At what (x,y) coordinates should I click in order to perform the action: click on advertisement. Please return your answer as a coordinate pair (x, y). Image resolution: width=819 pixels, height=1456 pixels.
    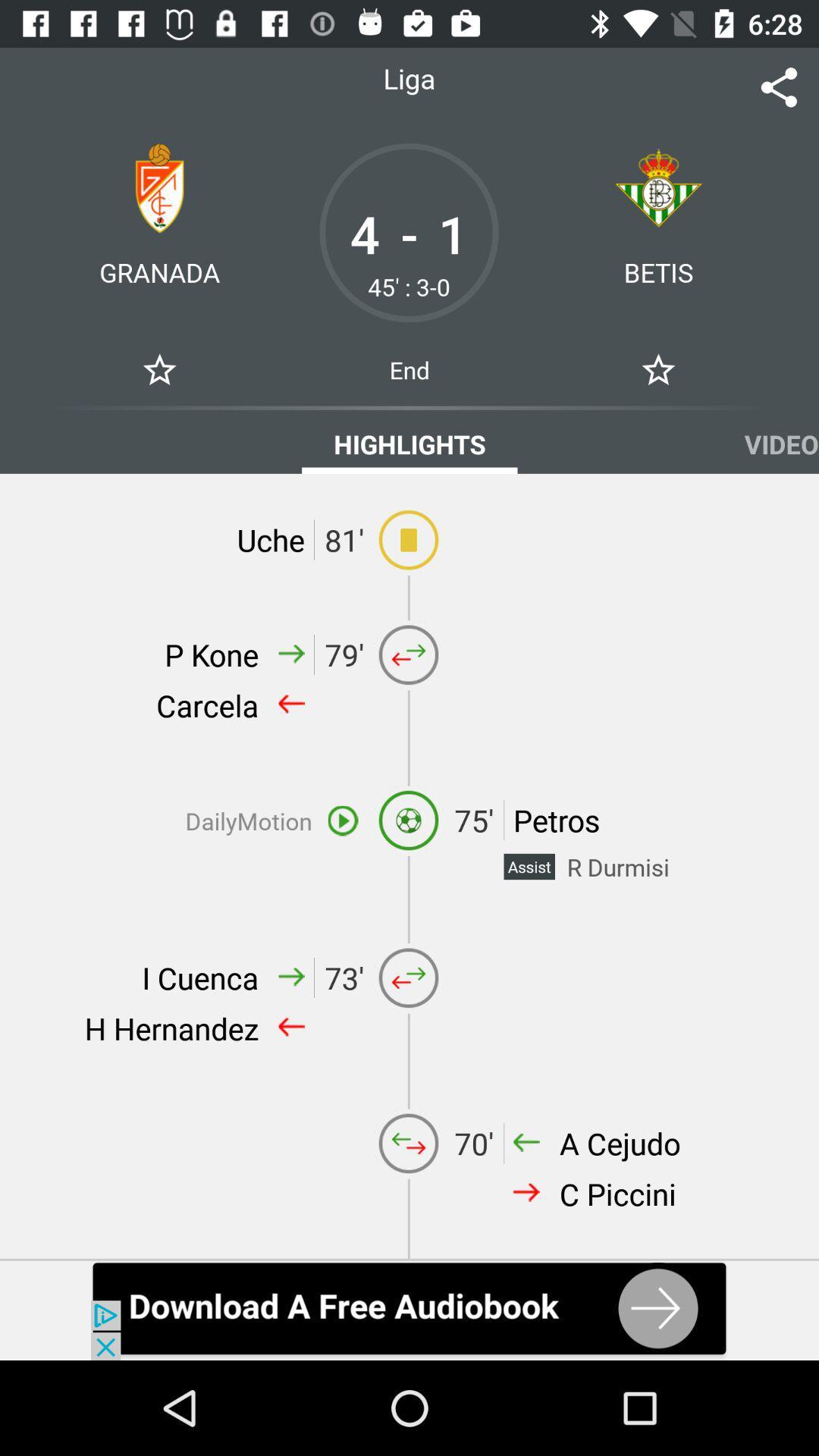
    Looking at the image, I should click on (409, 1310).